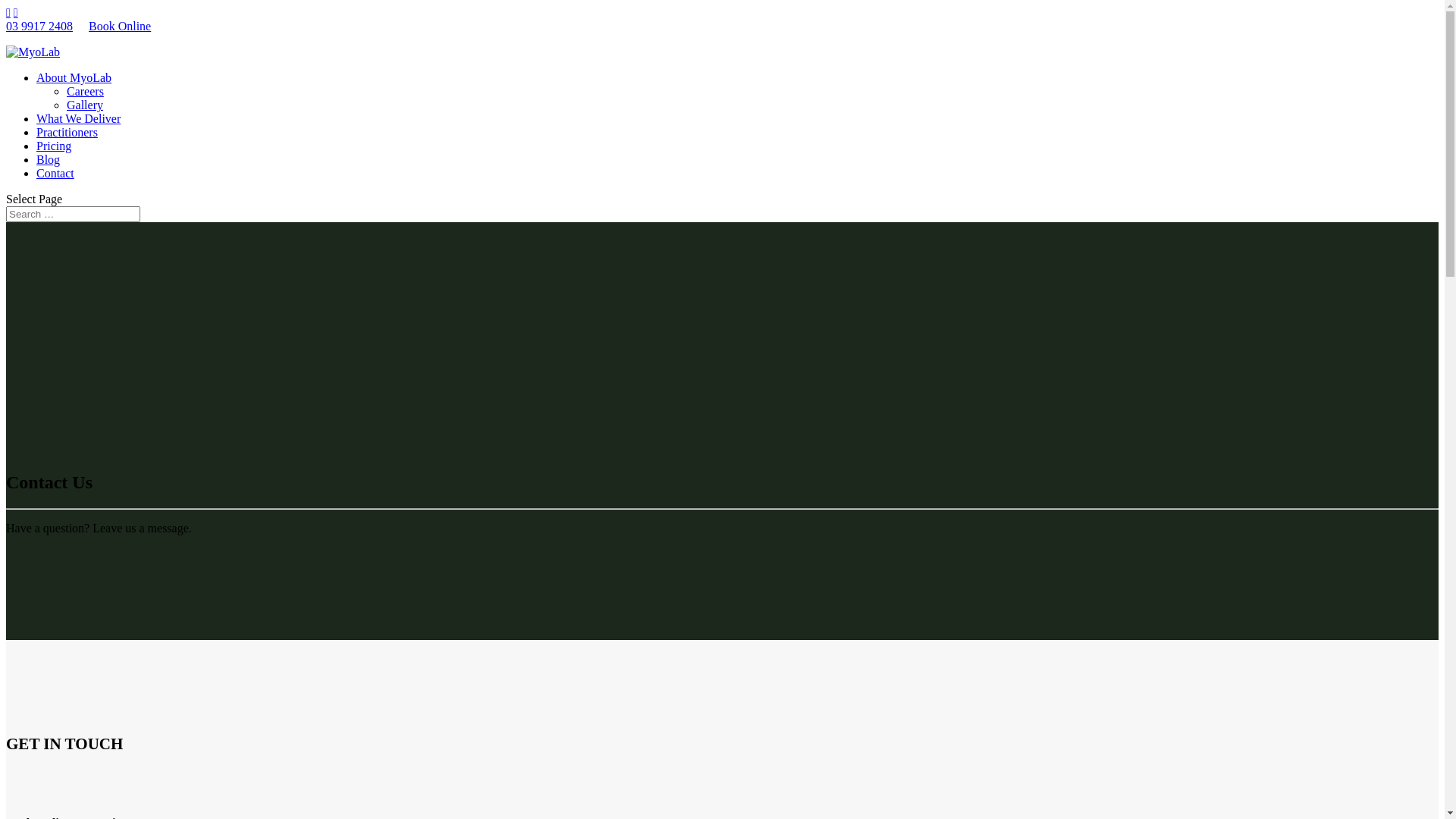 This screenshot has height=819, width=1456. What do you see at coordinates (73, 77) in the screenshot?
I see `'About MyoLab'` at bounding box center [73, 77].